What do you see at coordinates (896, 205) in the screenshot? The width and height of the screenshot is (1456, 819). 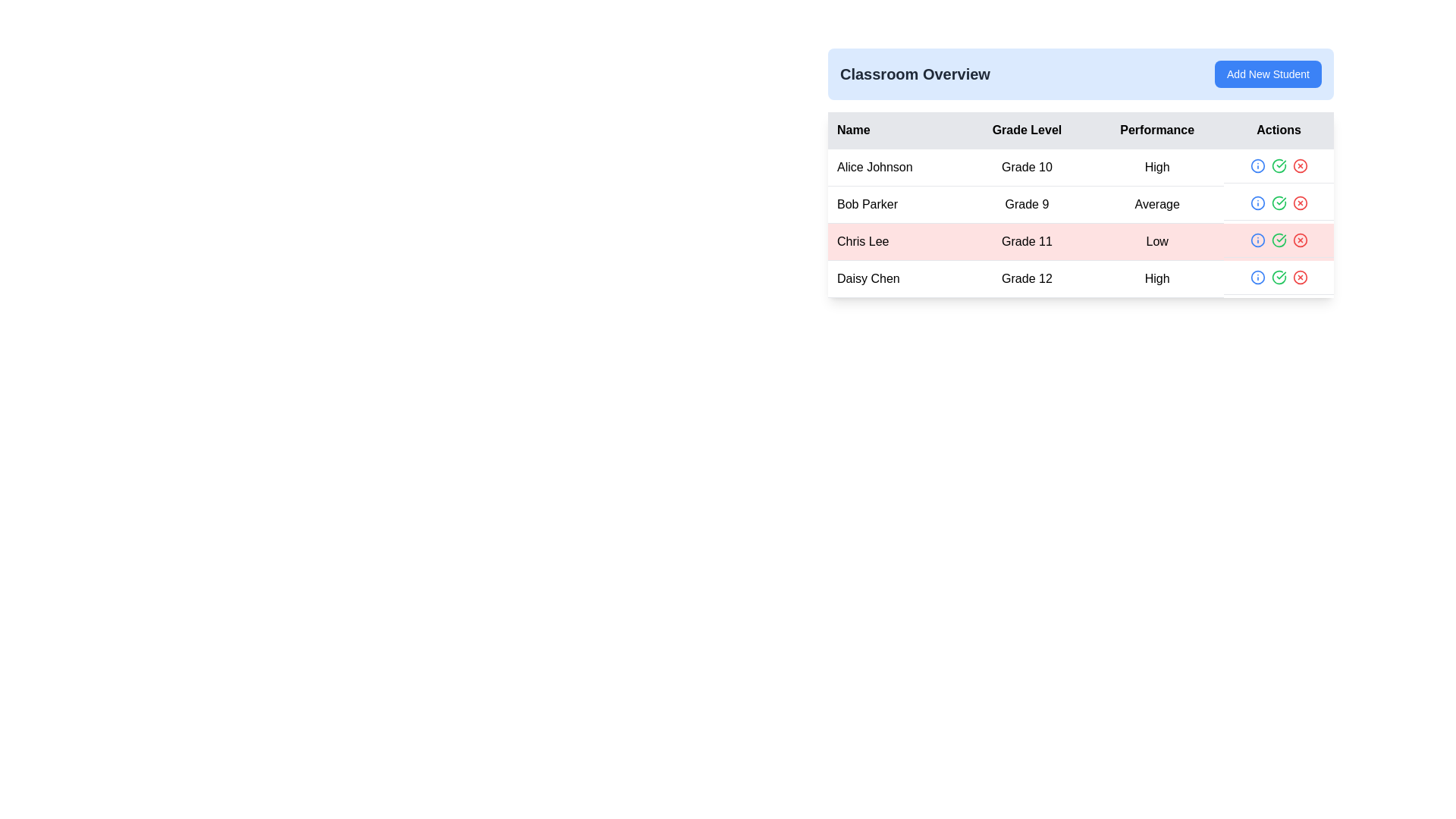 I see `the Text label displaying the person's name located in the second row of the table under the 'Name' column, positioned below 'Alice Johnson' and above 'Chris Lee'` at bounding box center [896, 205].